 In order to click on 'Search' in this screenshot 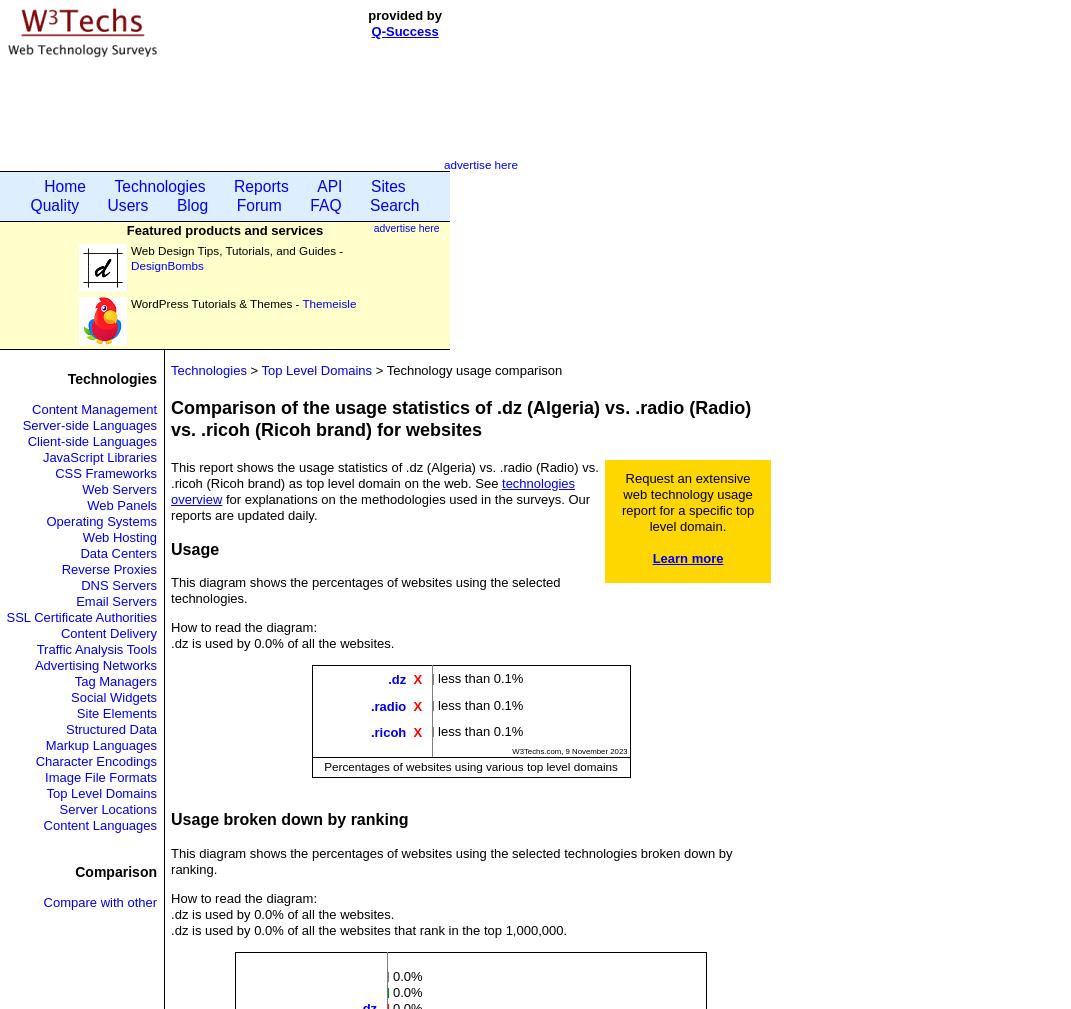, I will do `click(394, 204)`.